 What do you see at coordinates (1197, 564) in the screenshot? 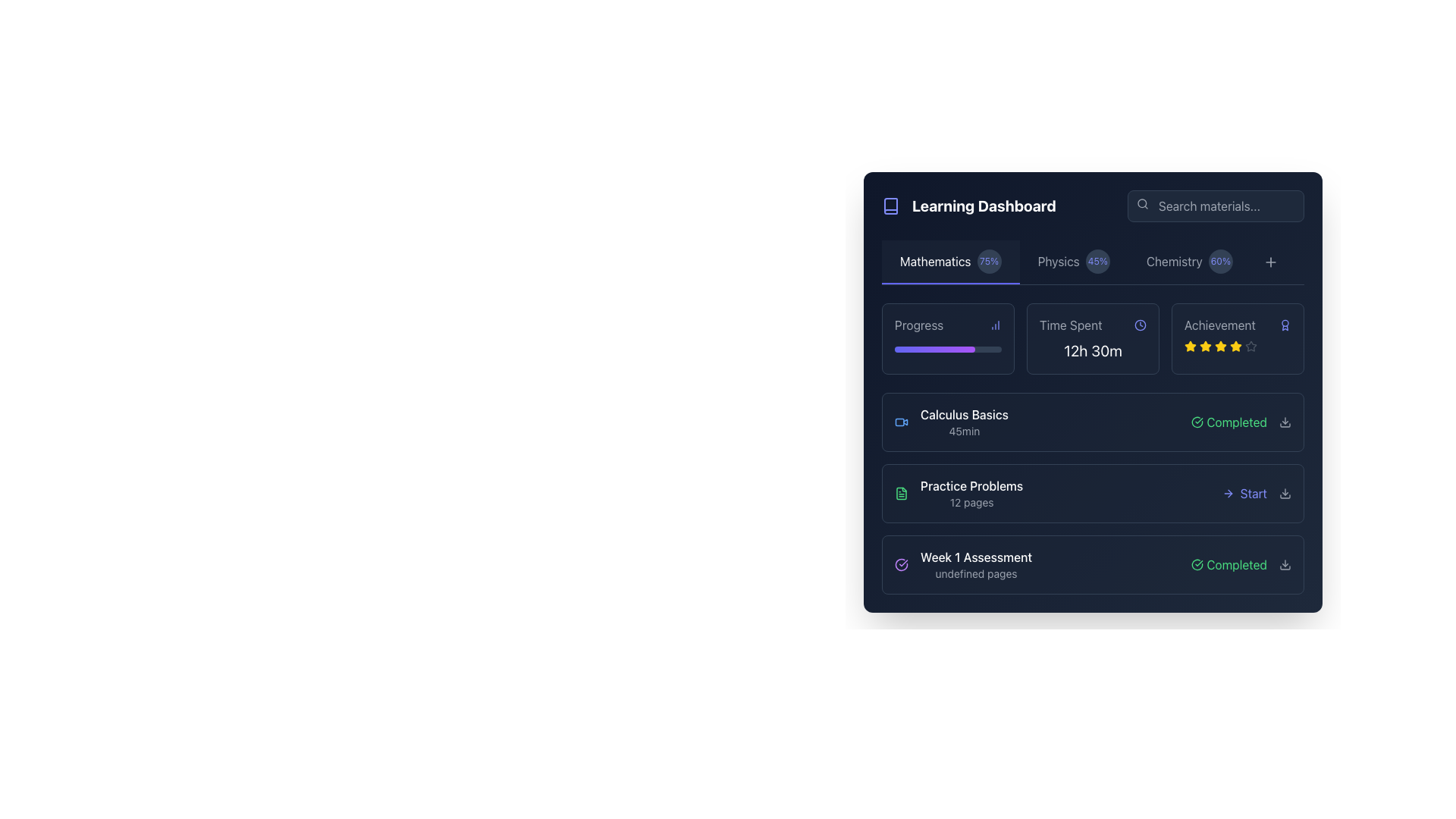
I see `the green circular checkmark icon located next to the 'Completed' text label in the lower right section of the main content area` at bounding box center [1197, 564].